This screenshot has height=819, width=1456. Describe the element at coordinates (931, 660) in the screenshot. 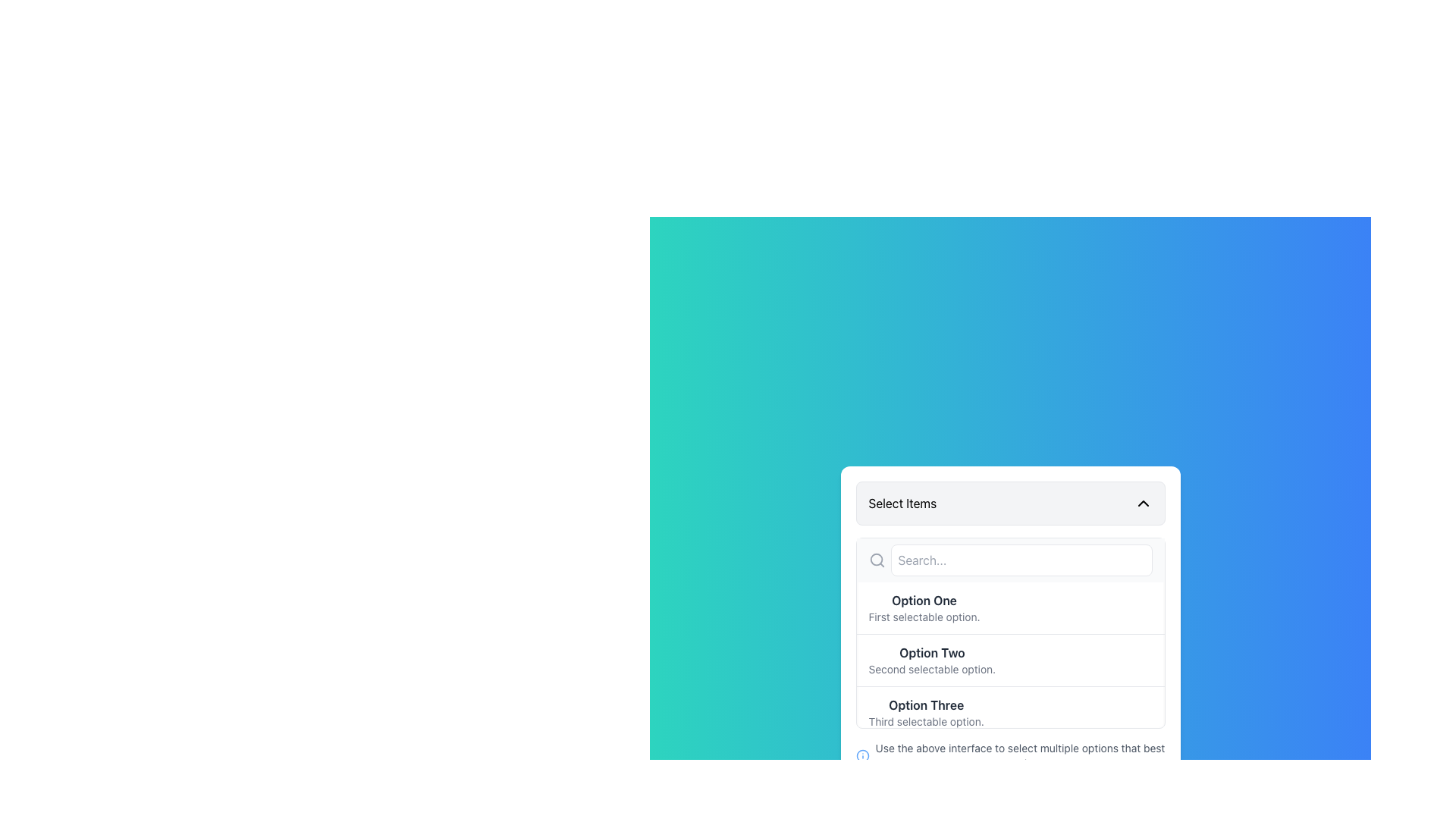

I see `on the 'Option Two' selectable menu option in the dropdown menu, which is located between 'Option One' and 'Option Three'` at that location.